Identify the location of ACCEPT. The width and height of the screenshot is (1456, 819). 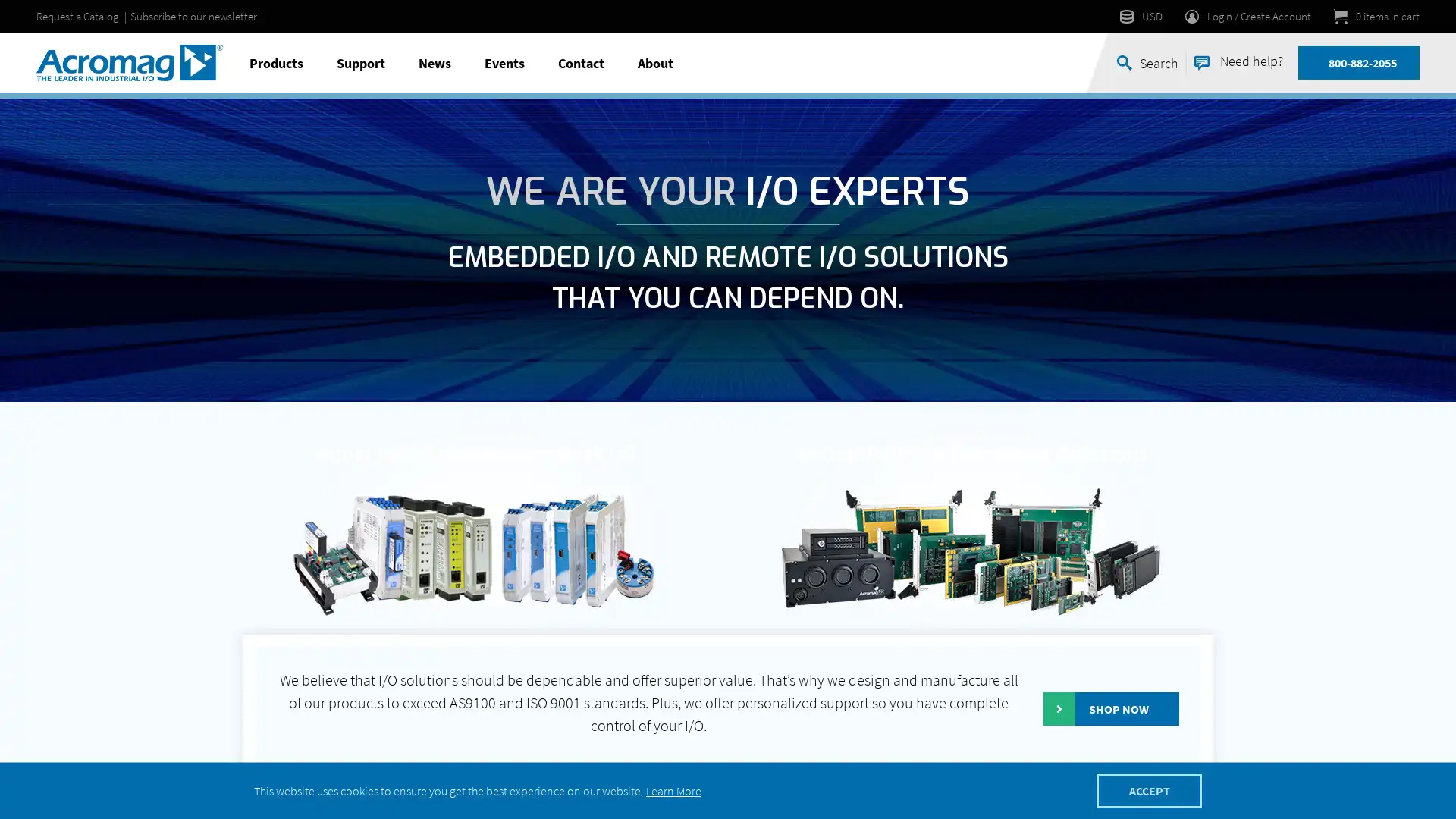
(1150, 789).